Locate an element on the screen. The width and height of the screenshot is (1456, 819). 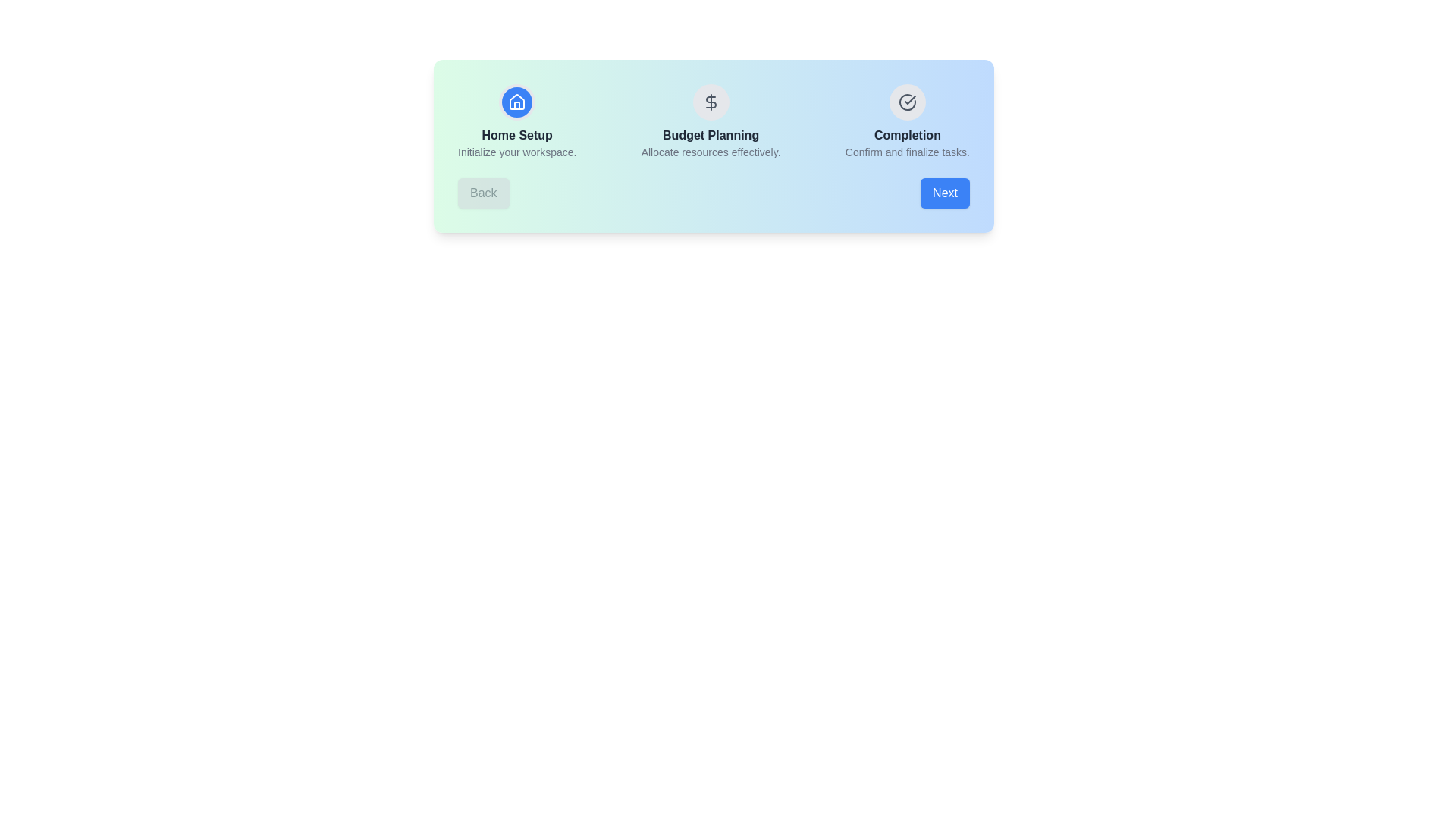
the 'Next' button to navigate to the next step in the workflow is located at coordinates (944, 192).